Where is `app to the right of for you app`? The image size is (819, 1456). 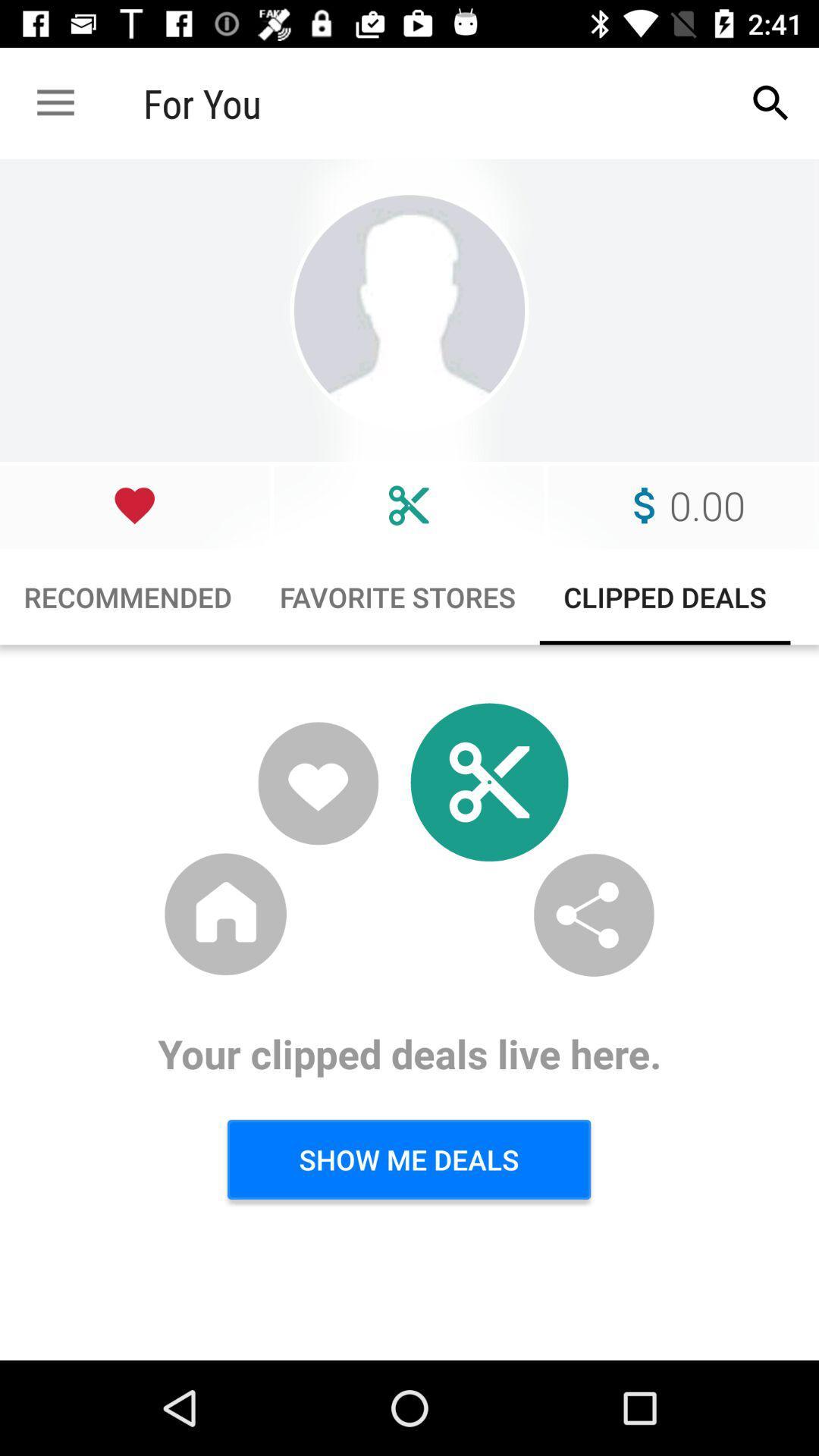 app to the right of for you app is located at coordinates (771, 102).